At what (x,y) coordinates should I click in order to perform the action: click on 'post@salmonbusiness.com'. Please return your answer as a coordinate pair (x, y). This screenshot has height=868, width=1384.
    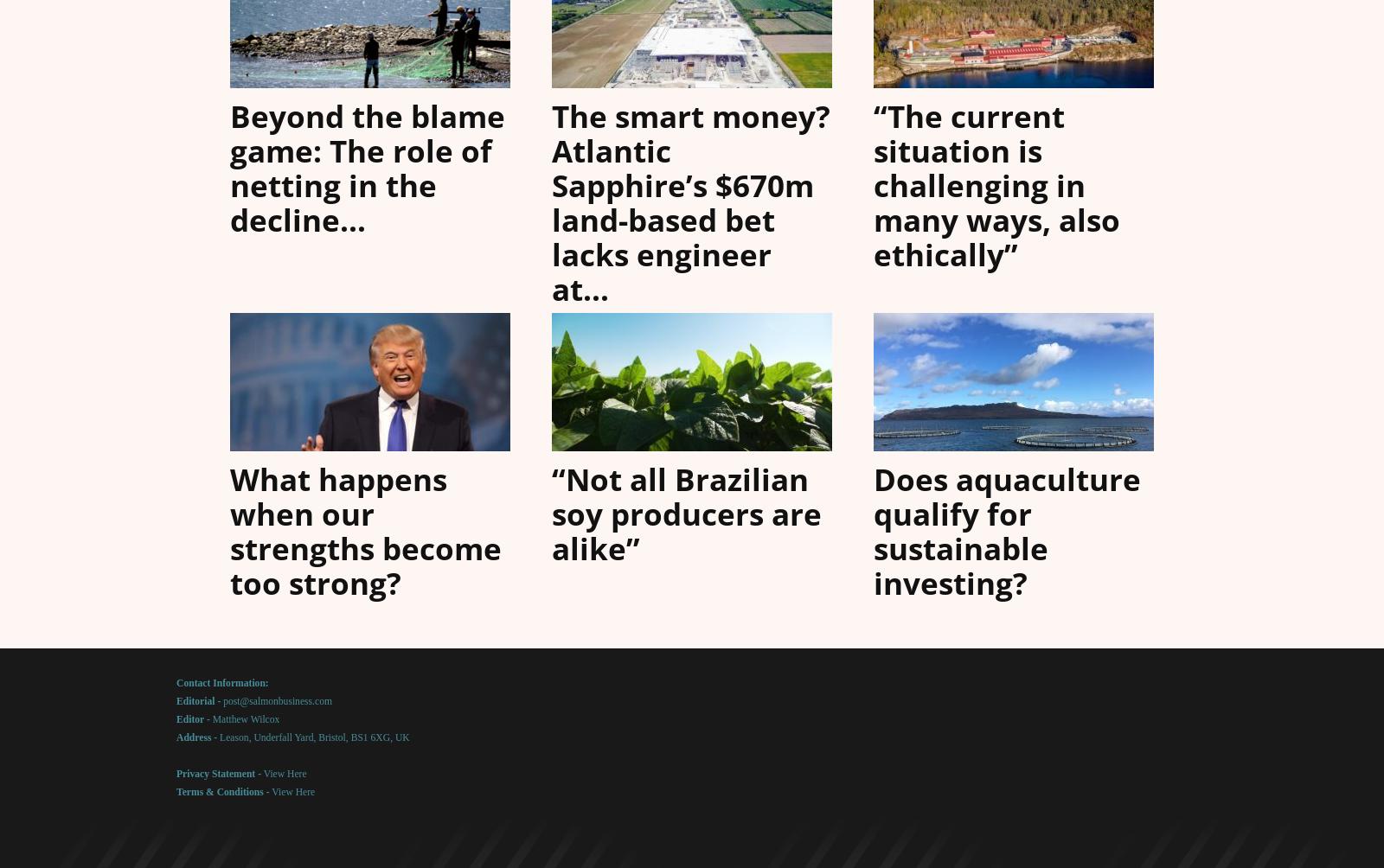
    Looking at the image, I should click on (277, 700).